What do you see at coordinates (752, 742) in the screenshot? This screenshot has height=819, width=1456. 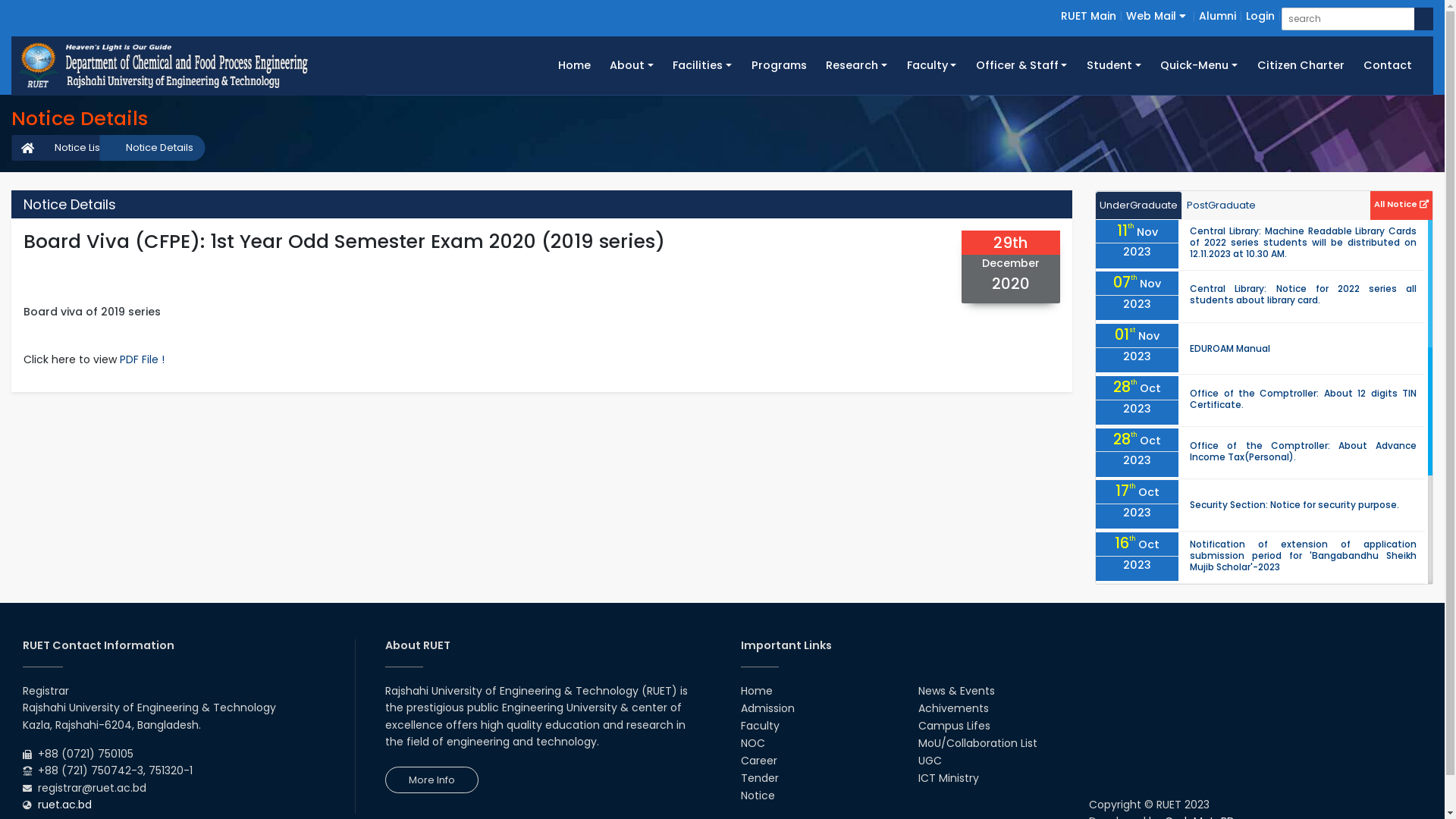 I see `'NOC'` at bounding box center [752, 742].